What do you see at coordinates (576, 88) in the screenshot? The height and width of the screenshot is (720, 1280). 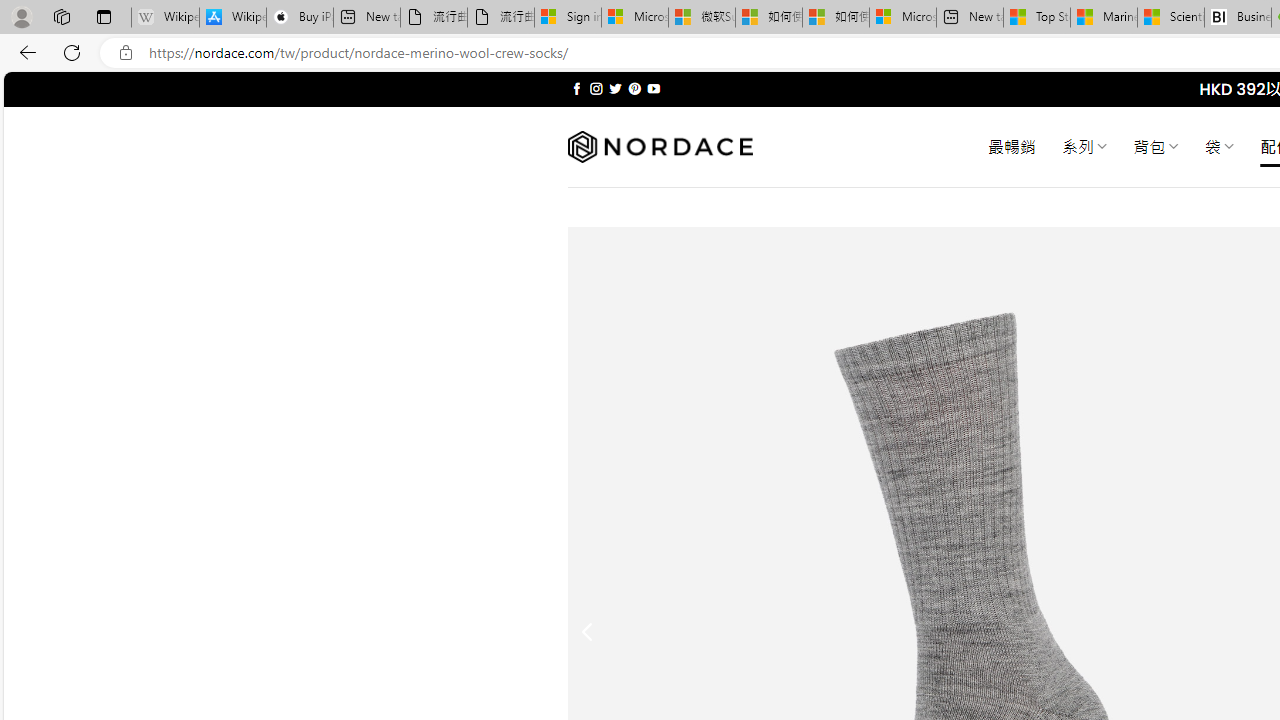 I see `'Follow on Facebook'` at bounding box center [576, 88].